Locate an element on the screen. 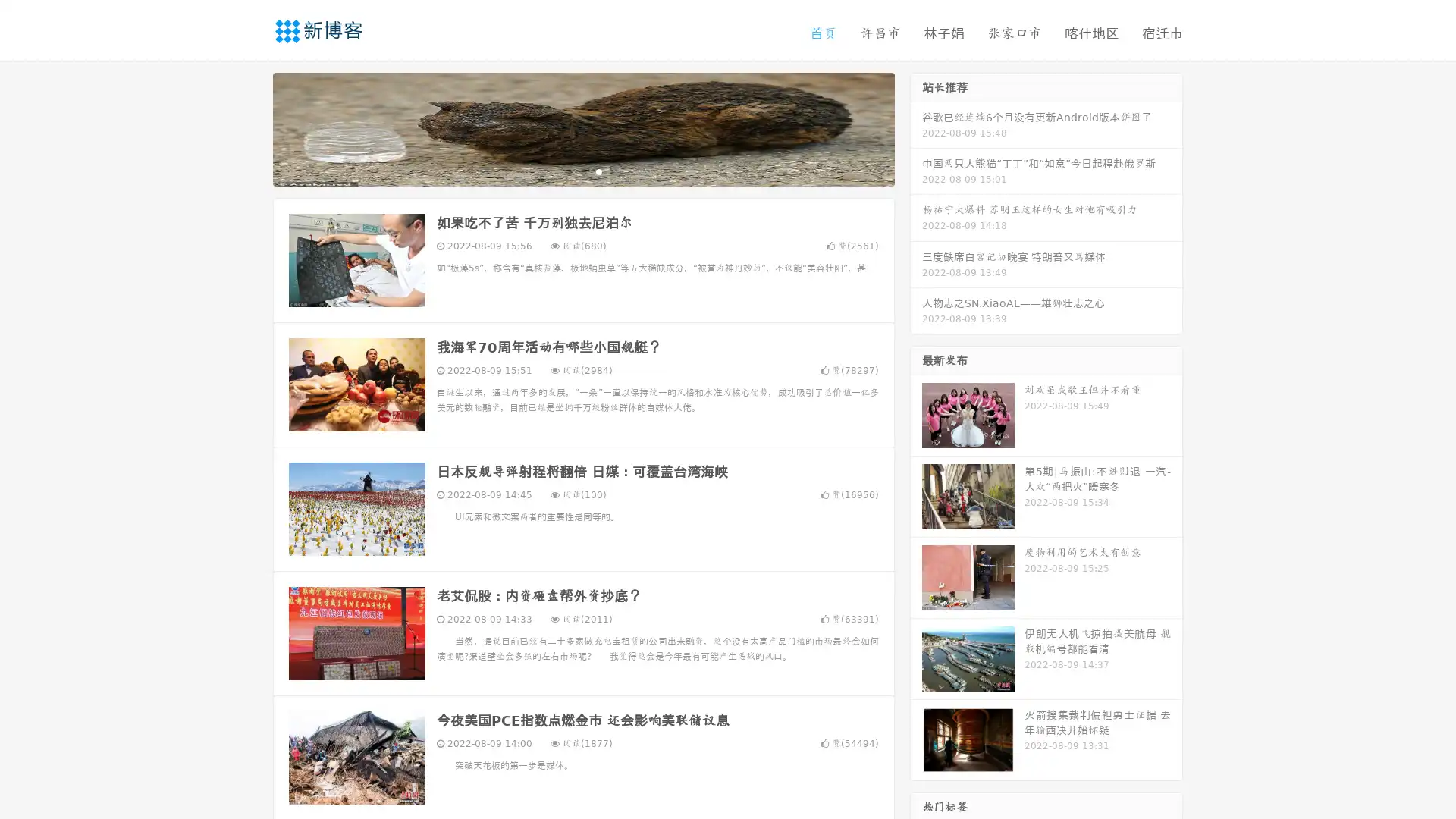  Previous slide is located at coordinates (250, 127).